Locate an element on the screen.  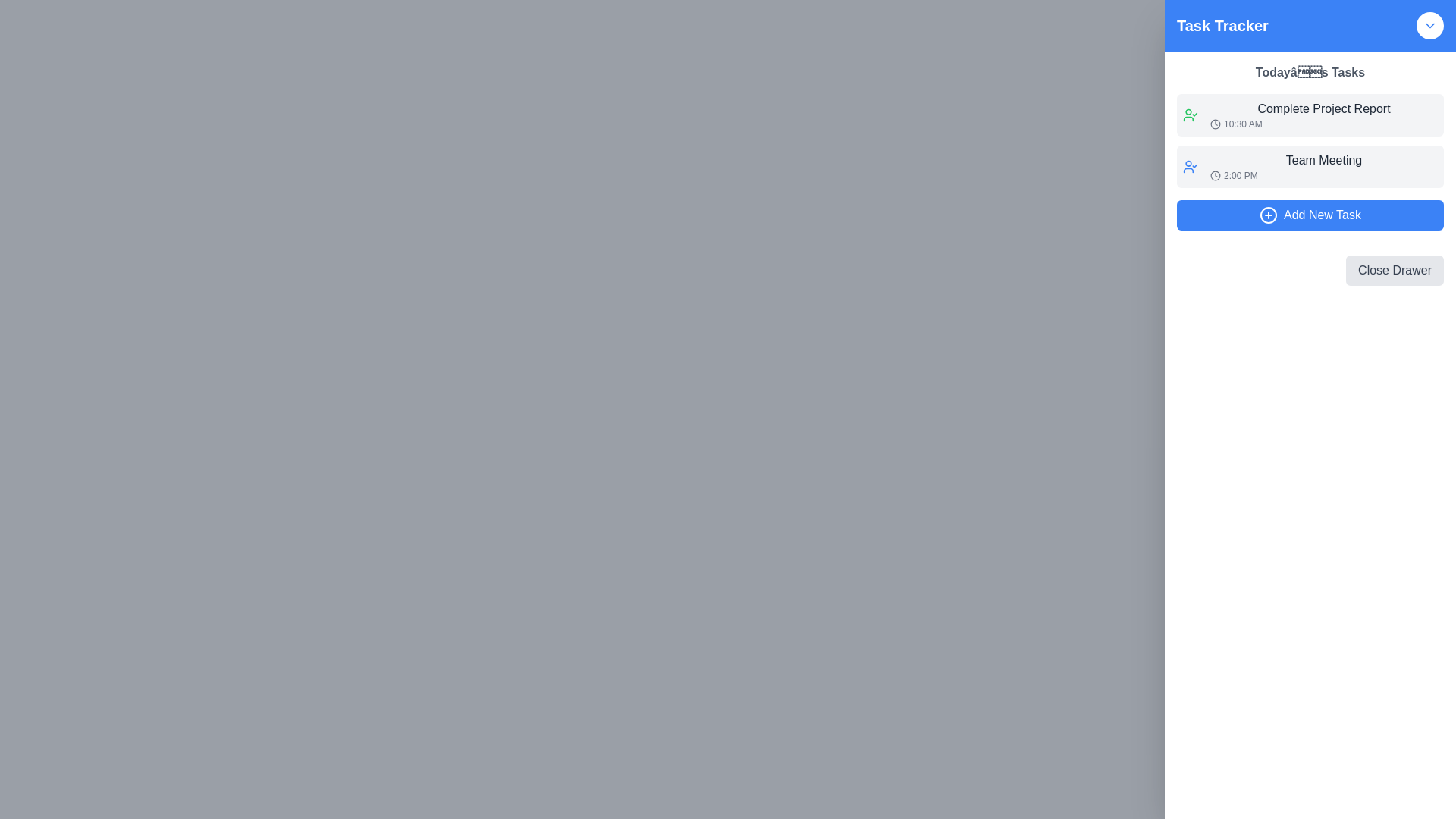
the dropdown trigger button located in the top-right corner of the header area, next to the 'Task Tracker' label is located at coordinates (1429, 26).